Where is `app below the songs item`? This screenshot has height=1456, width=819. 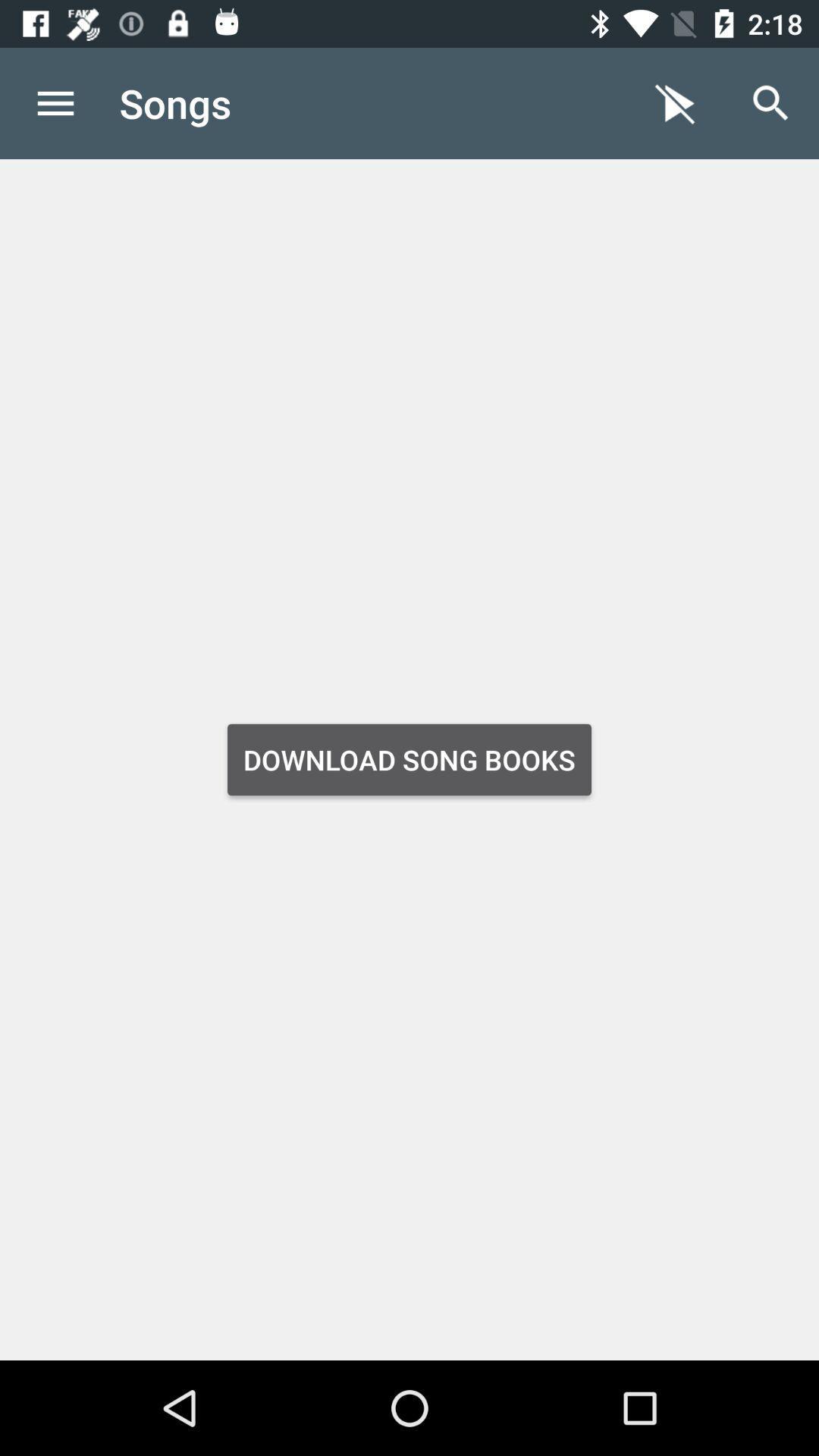 app below the songs item is located at coordinates (409, 760).